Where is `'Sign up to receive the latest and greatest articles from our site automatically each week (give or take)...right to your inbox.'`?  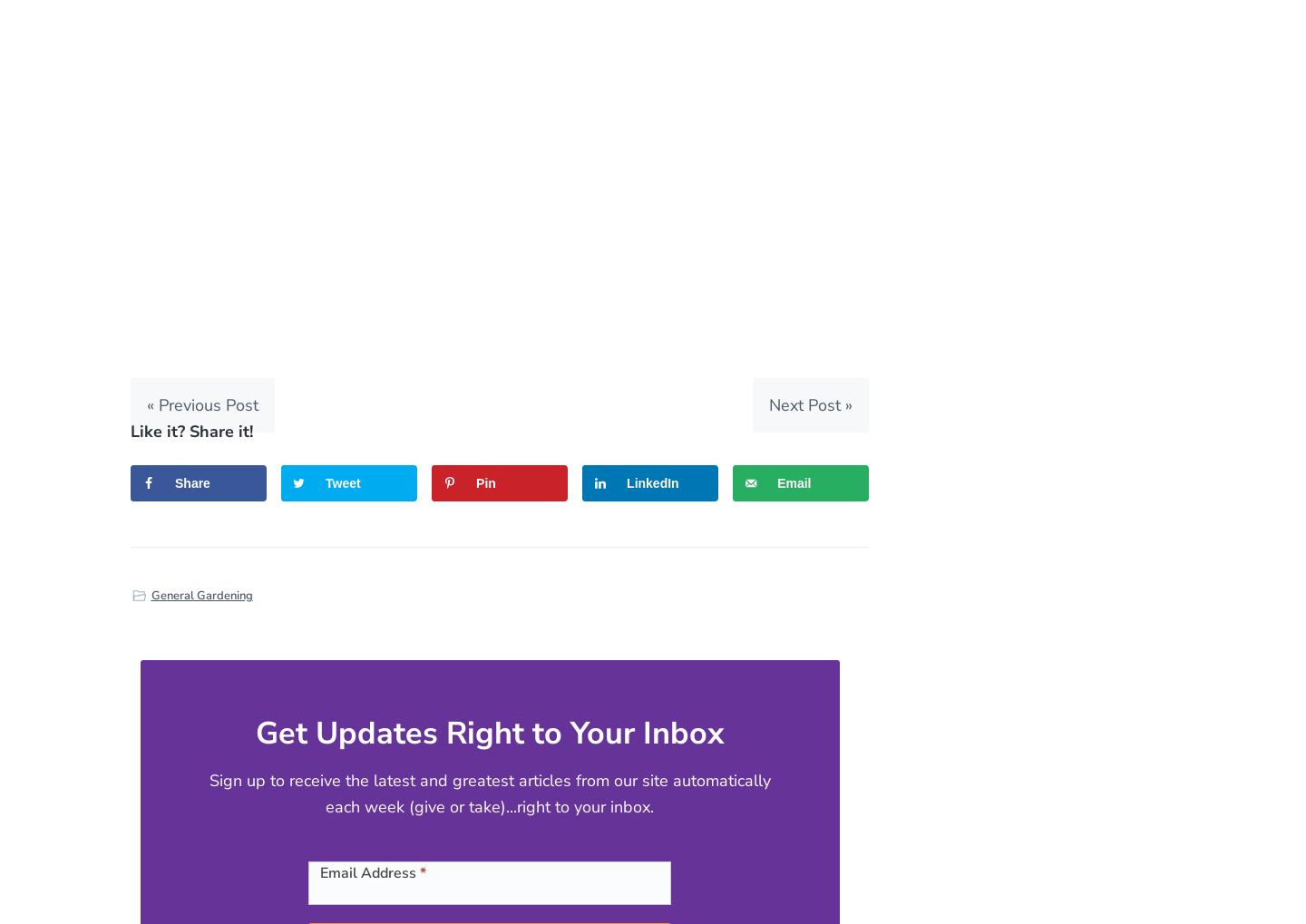
'Sign up to receive the latest and greatest articles from our site automatically each week (give or take)...right to your inbox.' is located at coordinates (488, 793).